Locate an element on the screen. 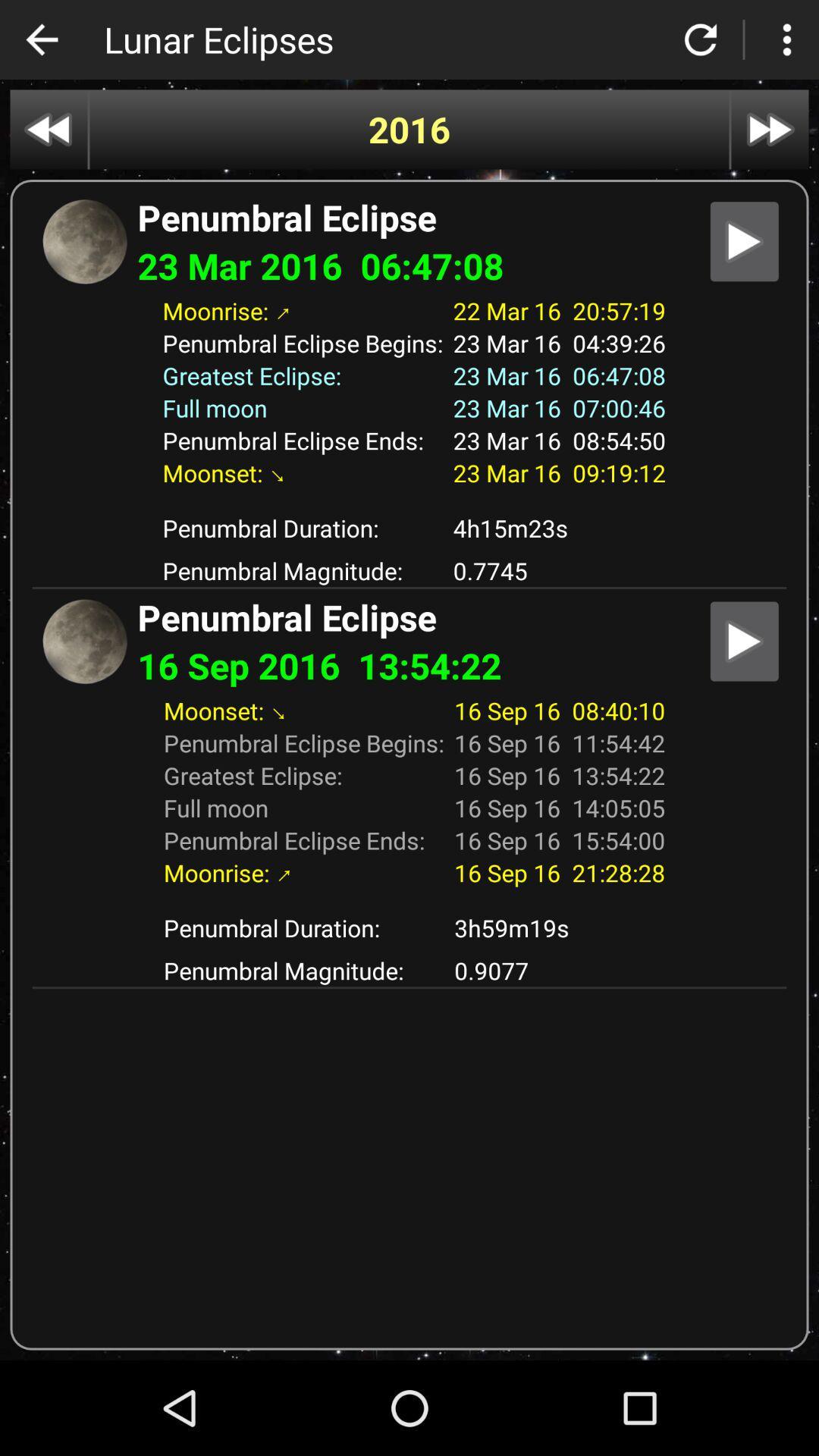  icon above penumbral duration: app is located at coordinates (409, 900).